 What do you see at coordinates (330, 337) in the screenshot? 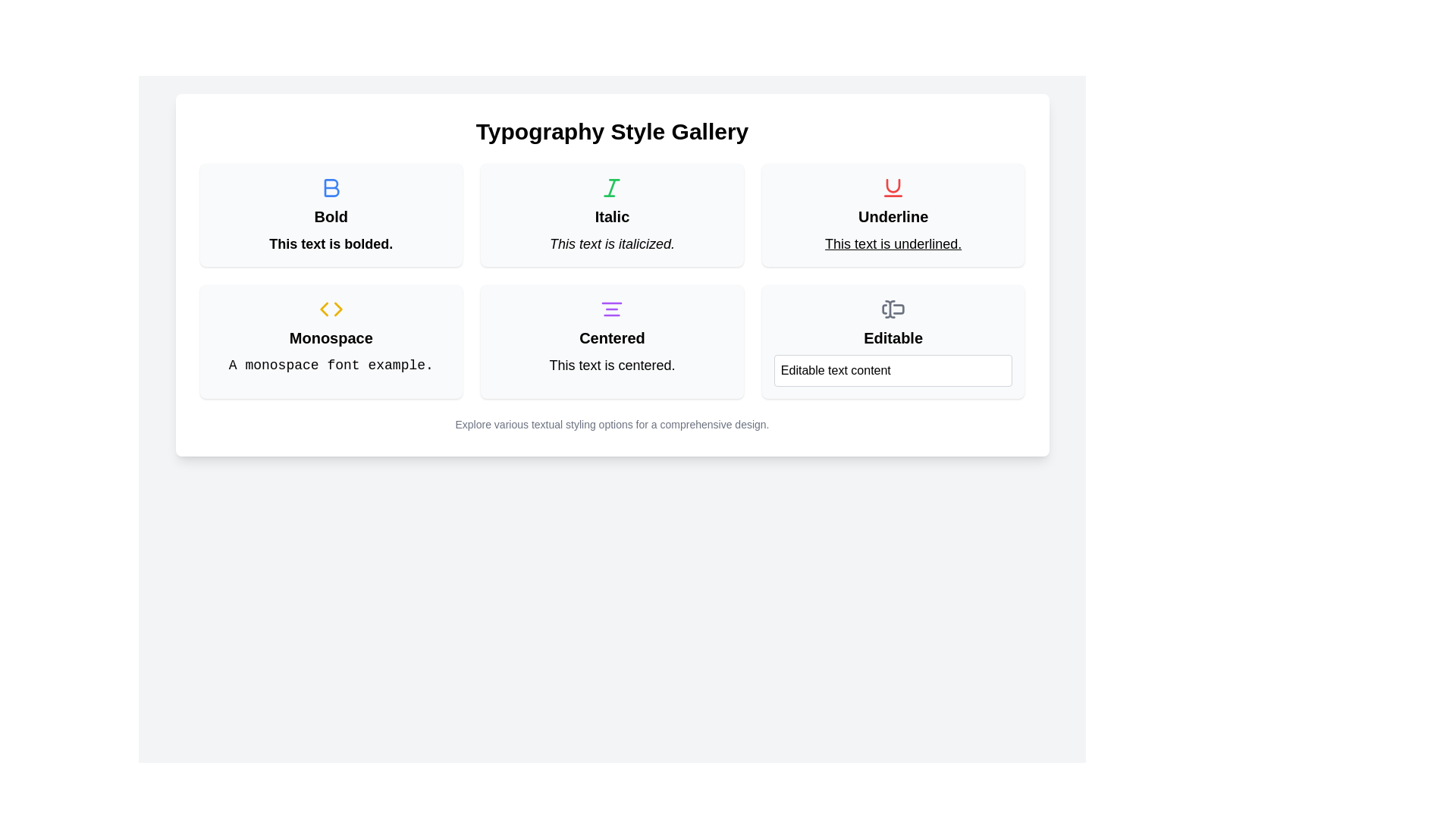
I see `text label that serves as a title for the monospace font style demonstration, located in the lower-left card of a 2x3 grid, positioned at the top above a smaller descriptive text and below an icon resembling coding tags` at bounding box center [330, 337].